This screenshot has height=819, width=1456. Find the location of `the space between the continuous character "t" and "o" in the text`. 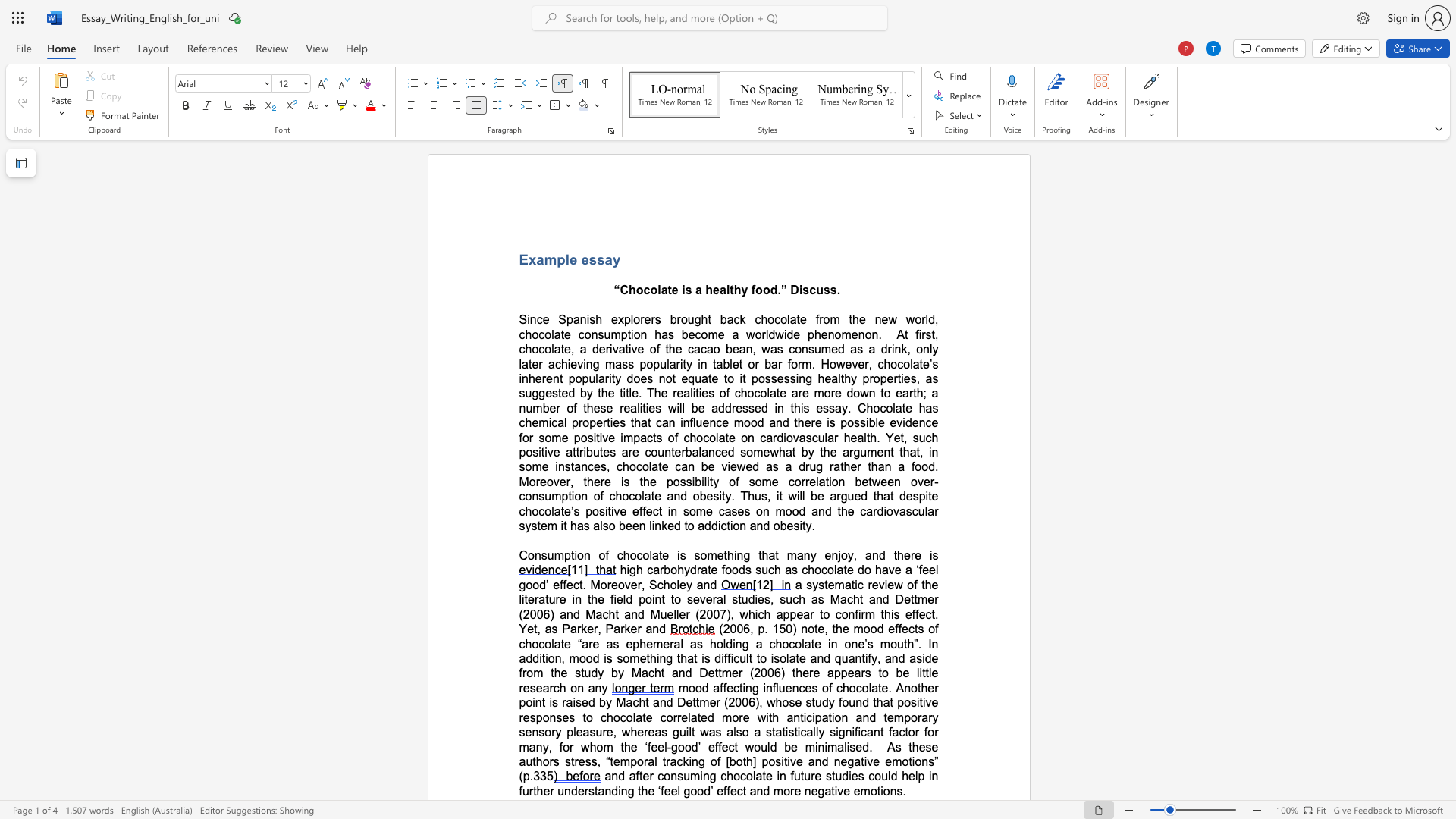

the space between the continuous character "t" and "o" in the text is located at coordinates (823, 614).